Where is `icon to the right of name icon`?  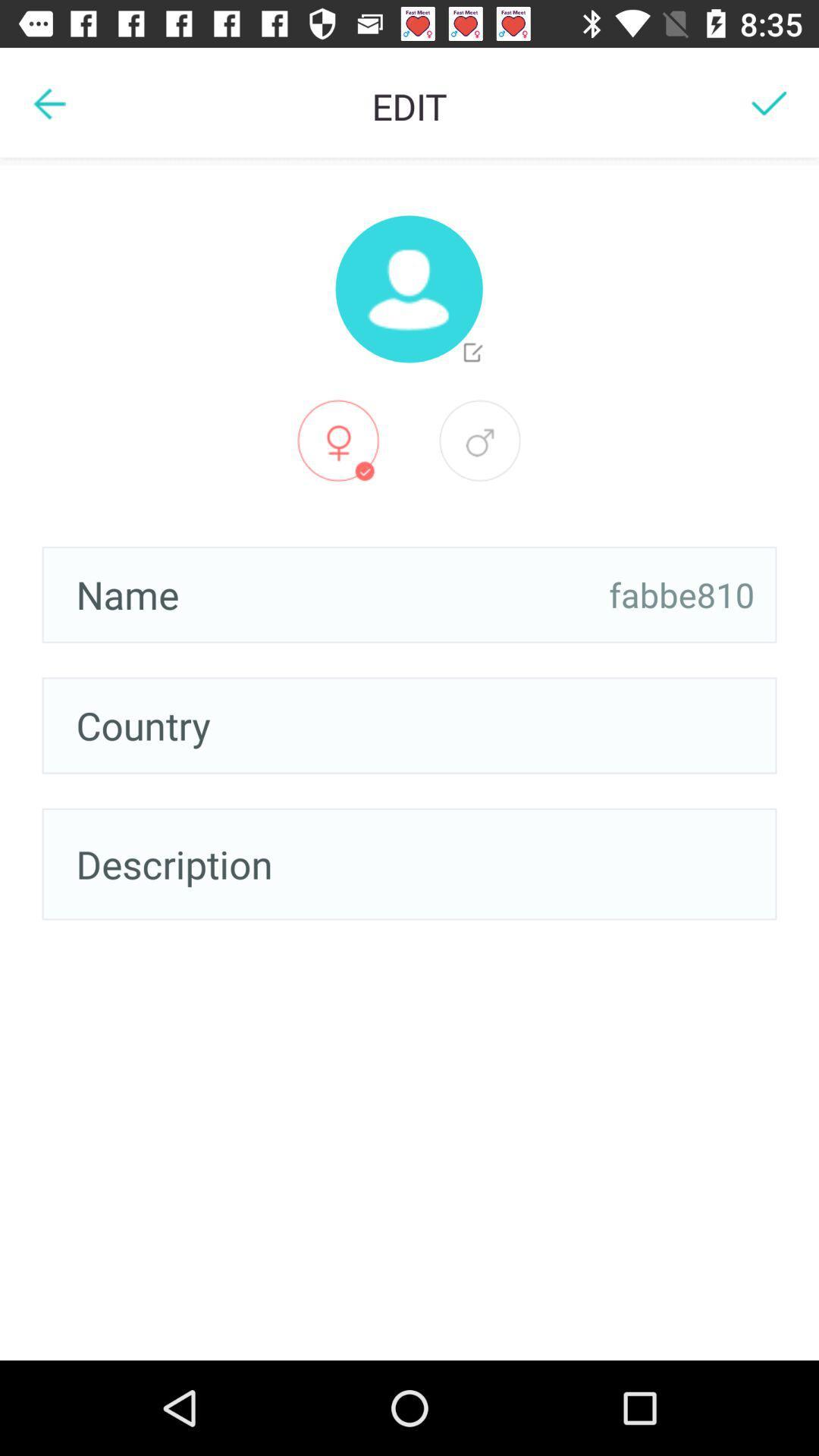 icon to the right of name icon is located at coordinates (681, 594).